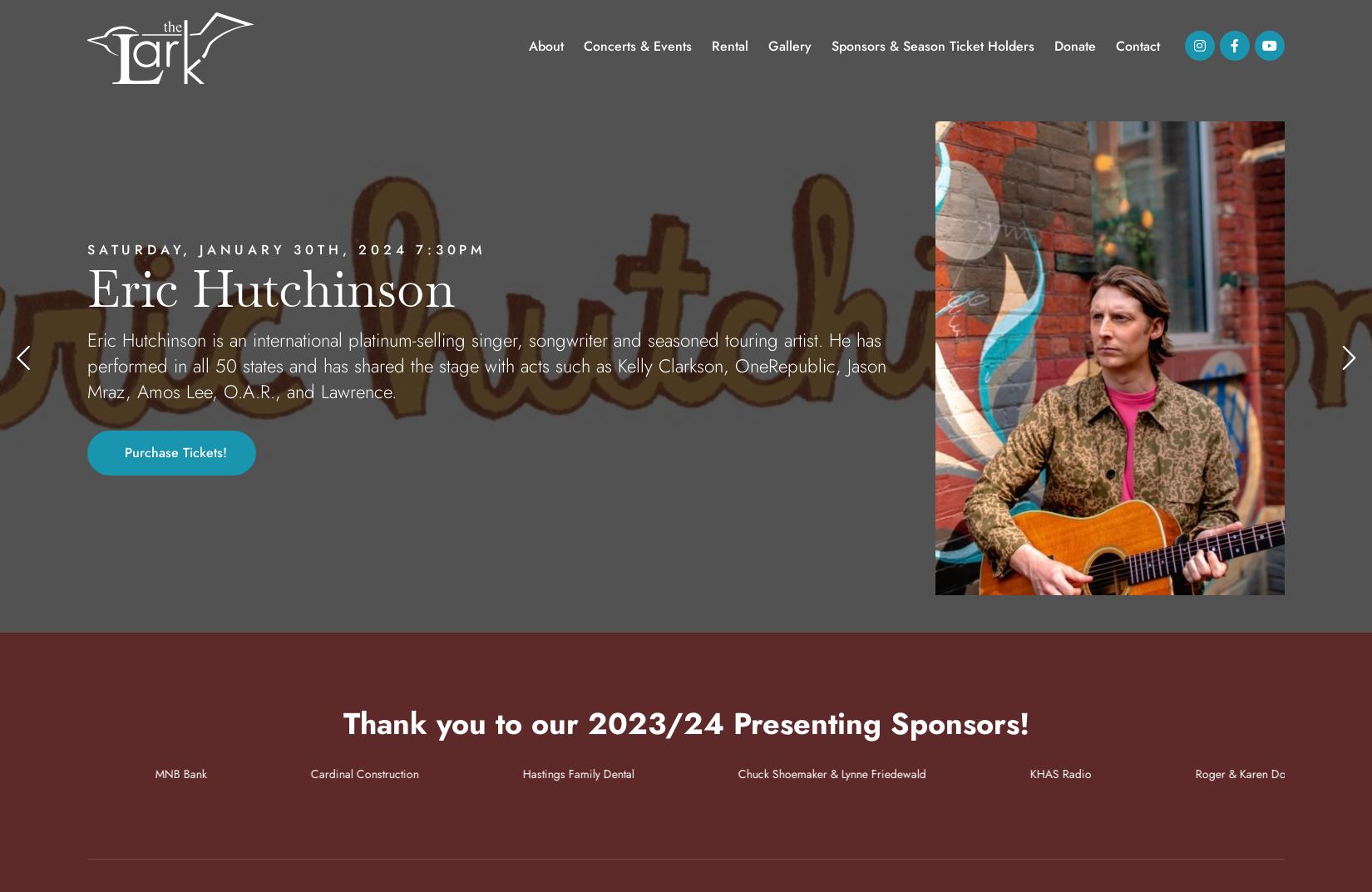 The width and height of the screenshot is (1372, 892). What do you see at coordinates (1137, 45) in the screenshot?
I see `'Contact'` at bounding box center [1137, 45].